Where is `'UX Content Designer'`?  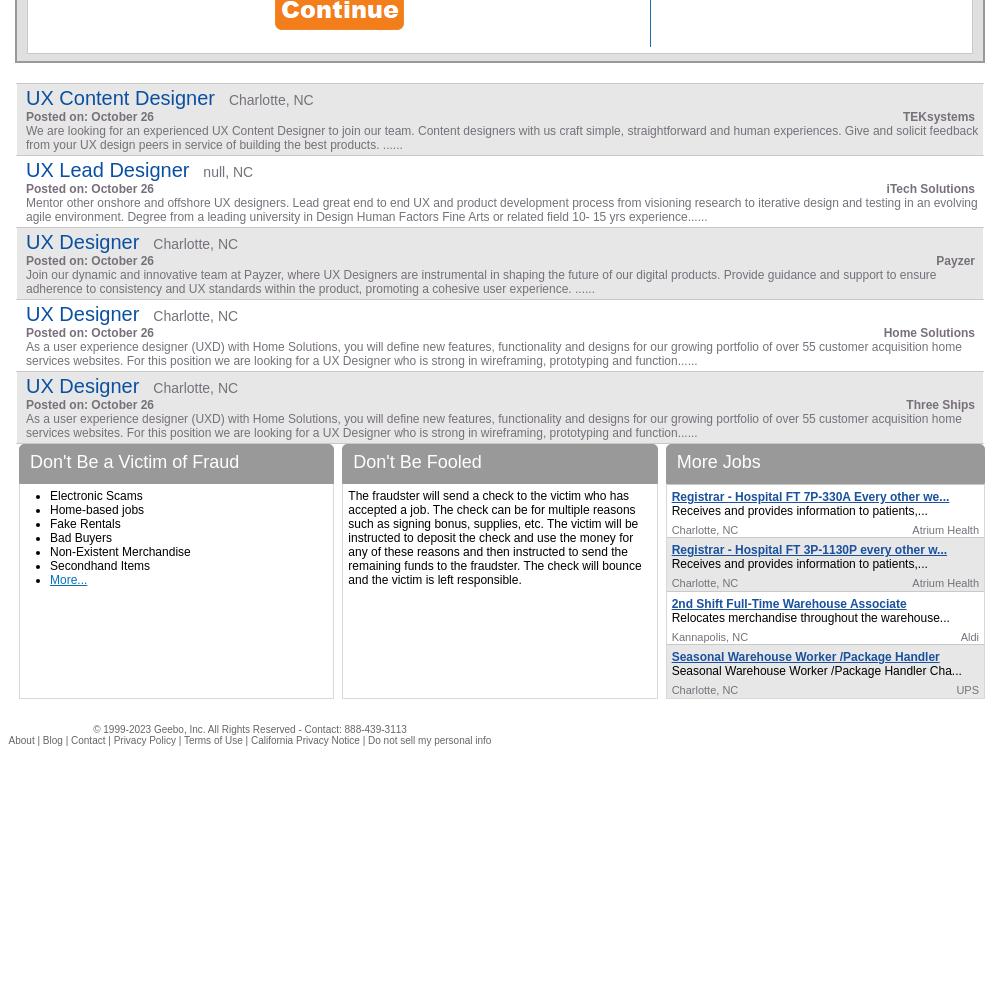
'UX Content Designer' is located at coordinates (119, 97).